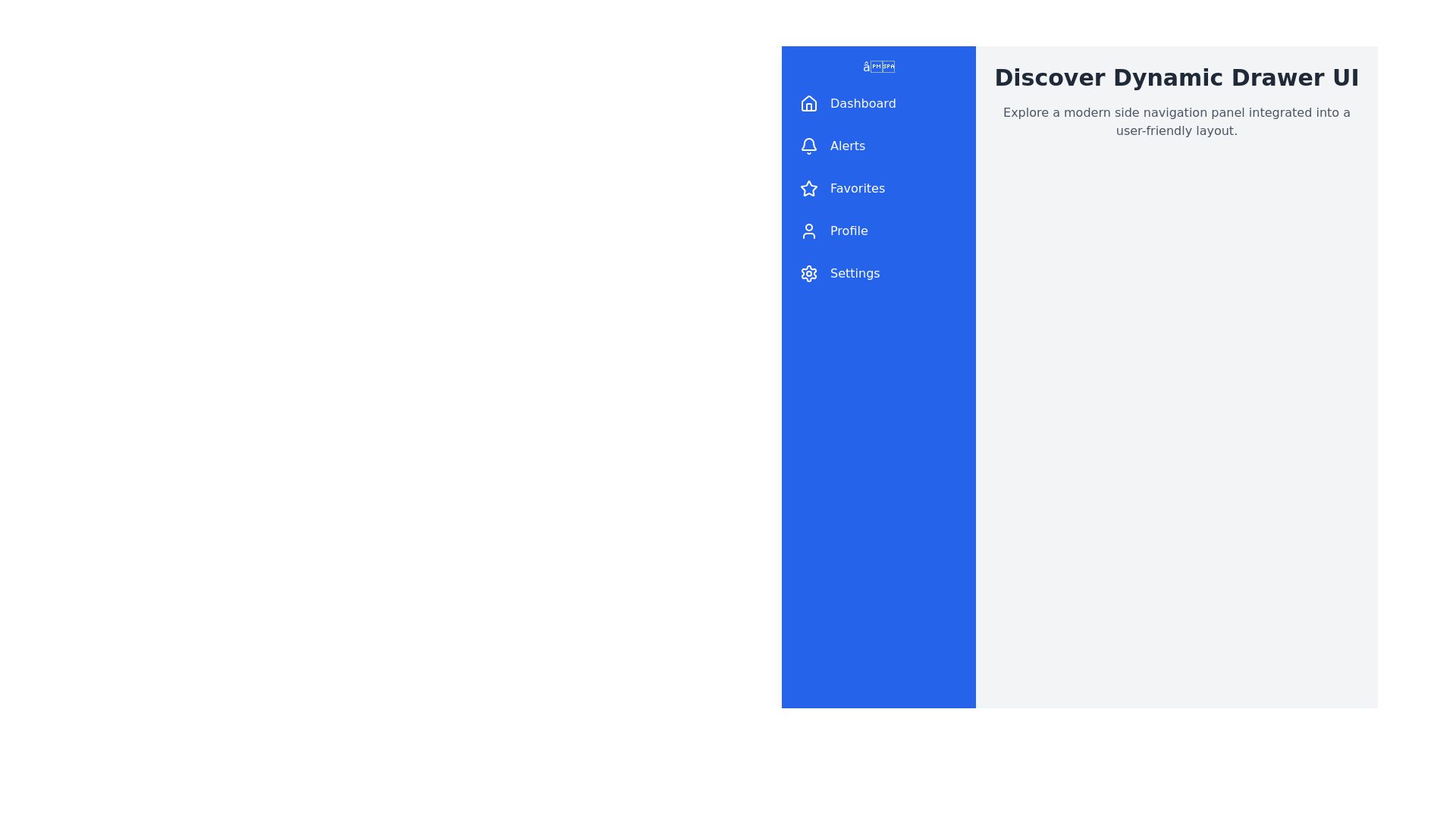 This screenshot has height=819, width=1456. I want to click on the compact white text label located at the top of the vertical blue navigation bar, so click(878, 66).